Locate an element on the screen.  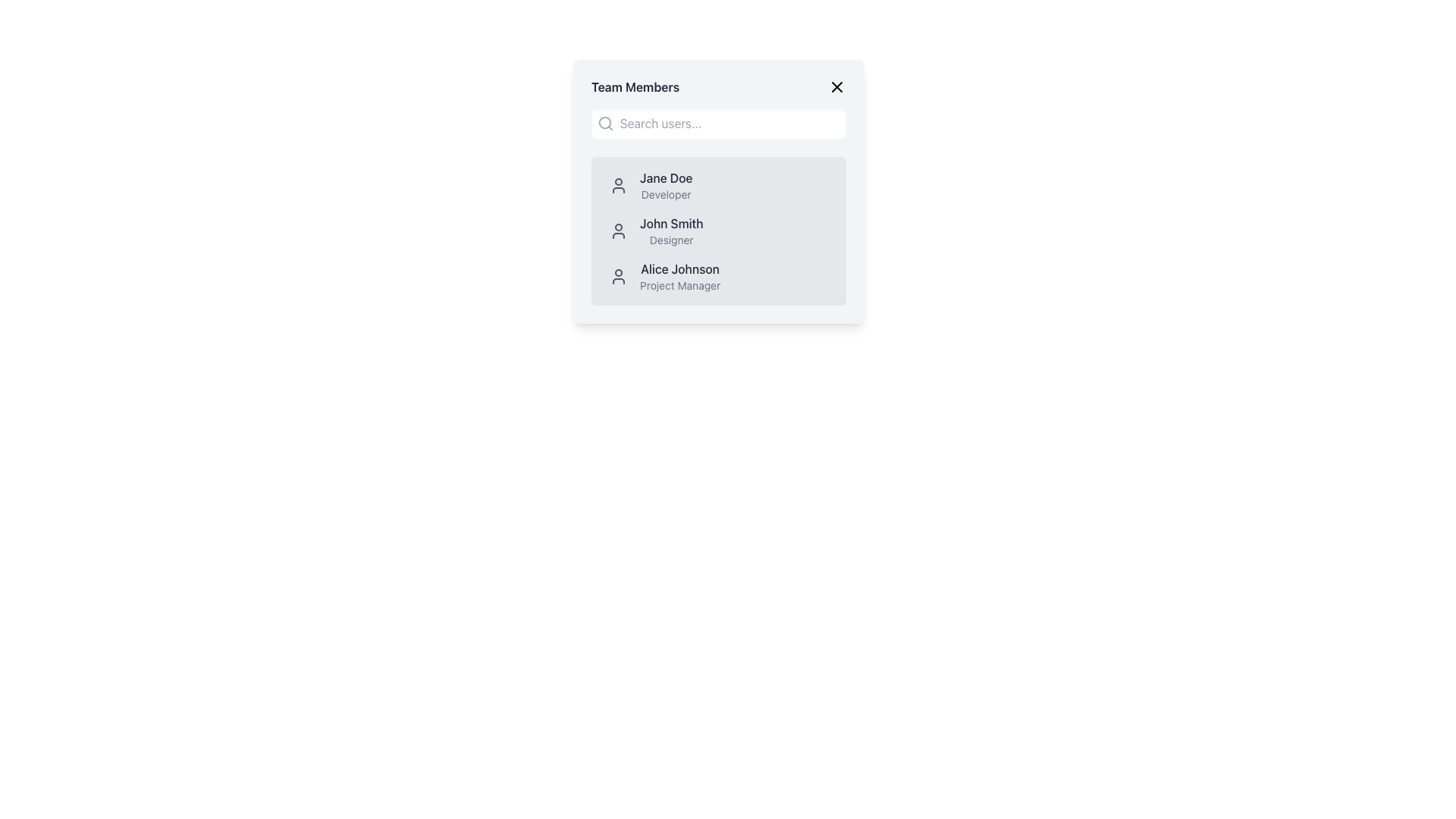
the close button located in the top-right corner of the 'Team Members' card is located at coordinates (836, 87).